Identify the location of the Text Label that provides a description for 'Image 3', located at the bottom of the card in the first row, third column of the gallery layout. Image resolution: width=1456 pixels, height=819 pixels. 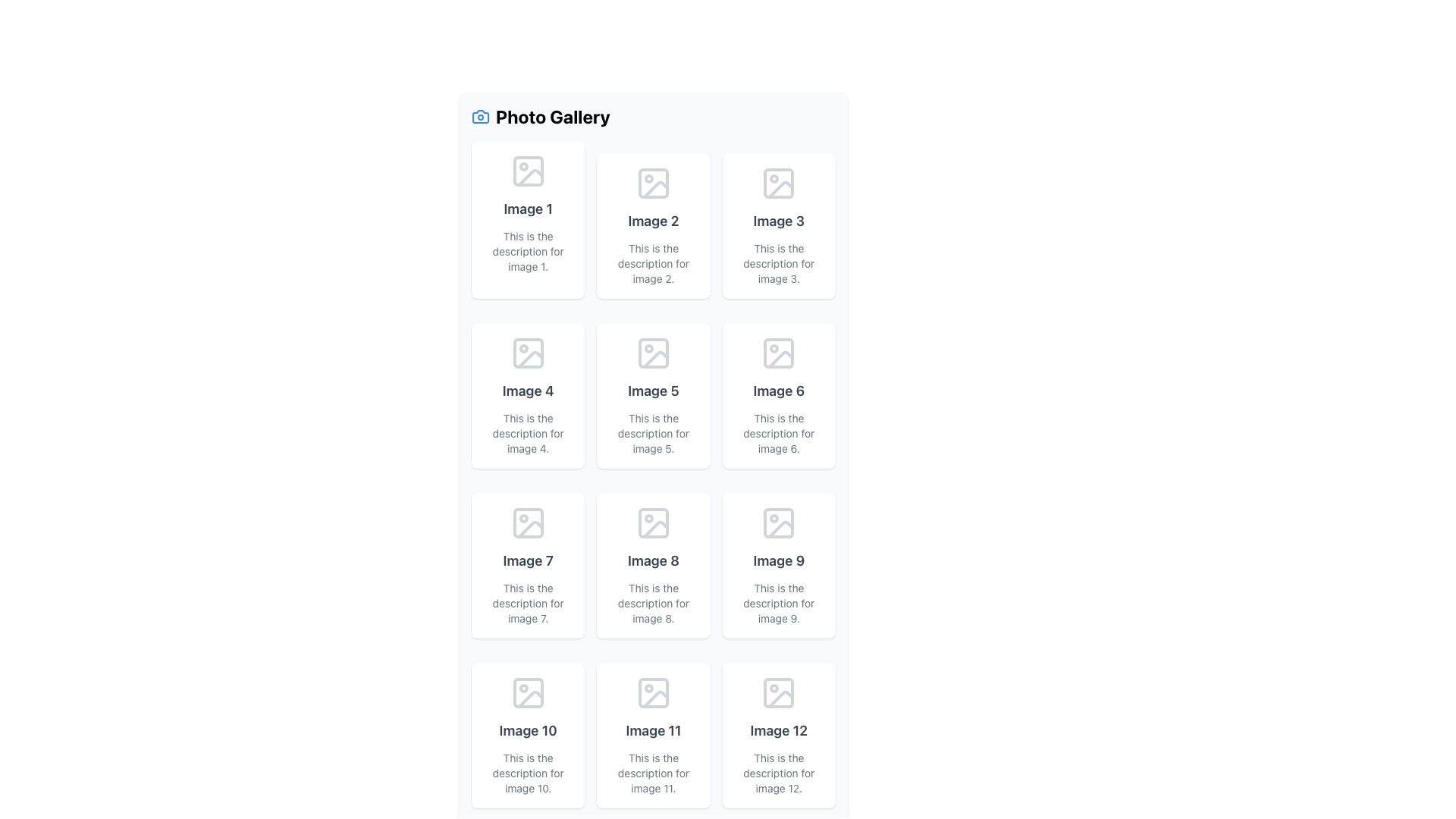
(779, 262).